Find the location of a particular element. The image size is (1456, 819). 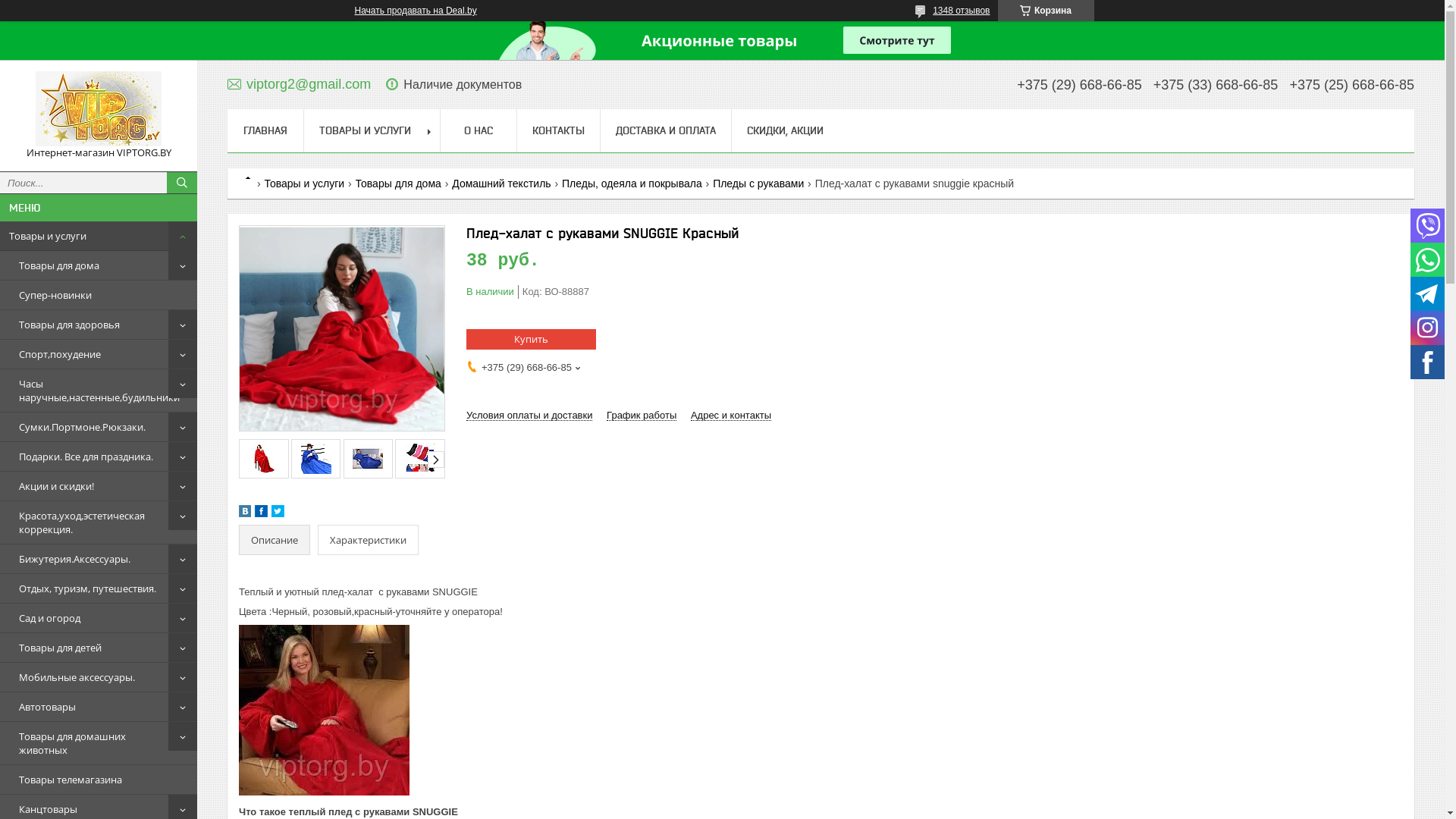

'viptorg2@gmail.com' is located at coordinates (299, 83).